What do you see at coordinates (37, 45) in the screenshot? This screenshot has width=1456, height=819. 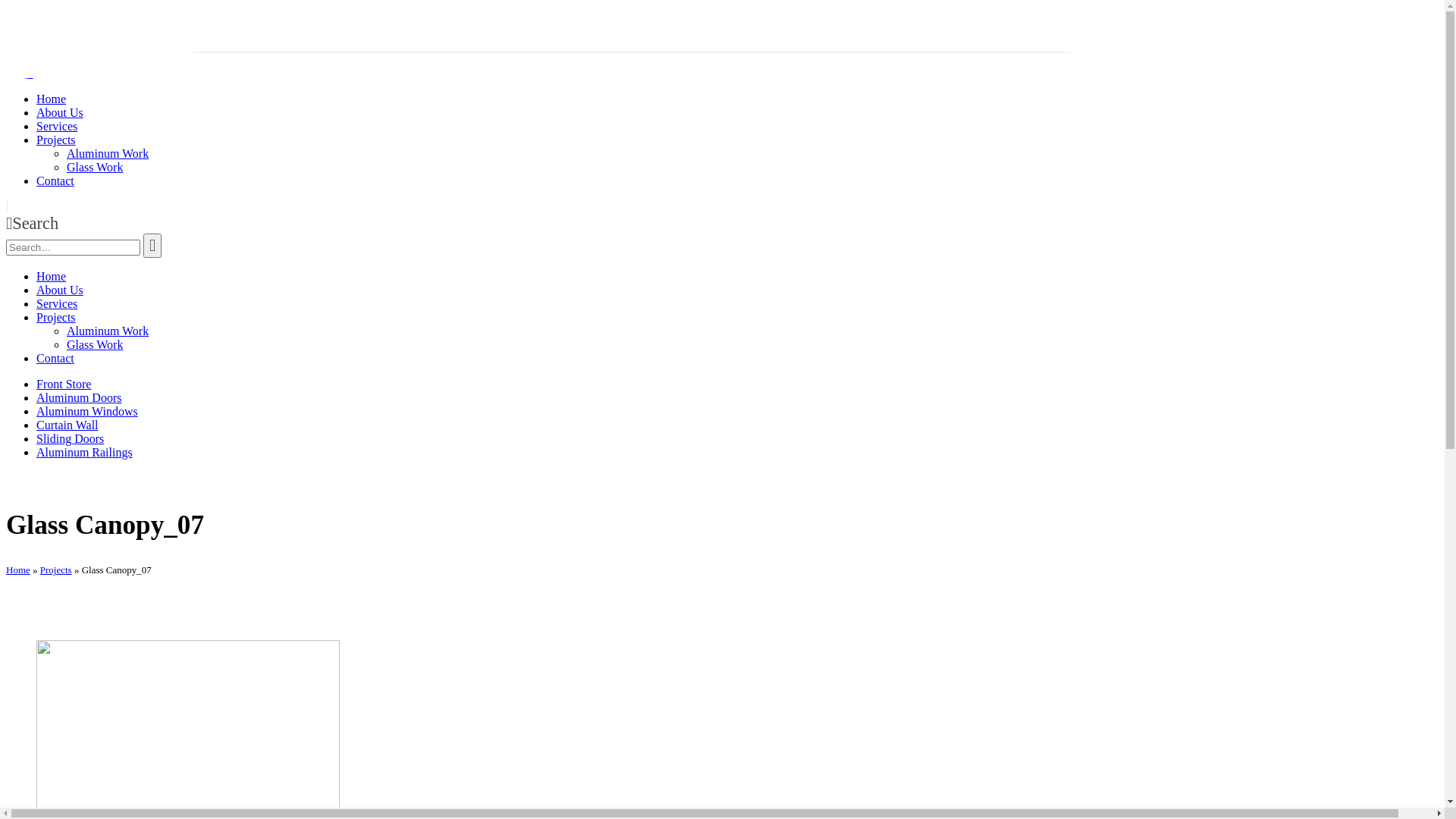 I see `'Get A Quote'` at bounding box center [37, 45].